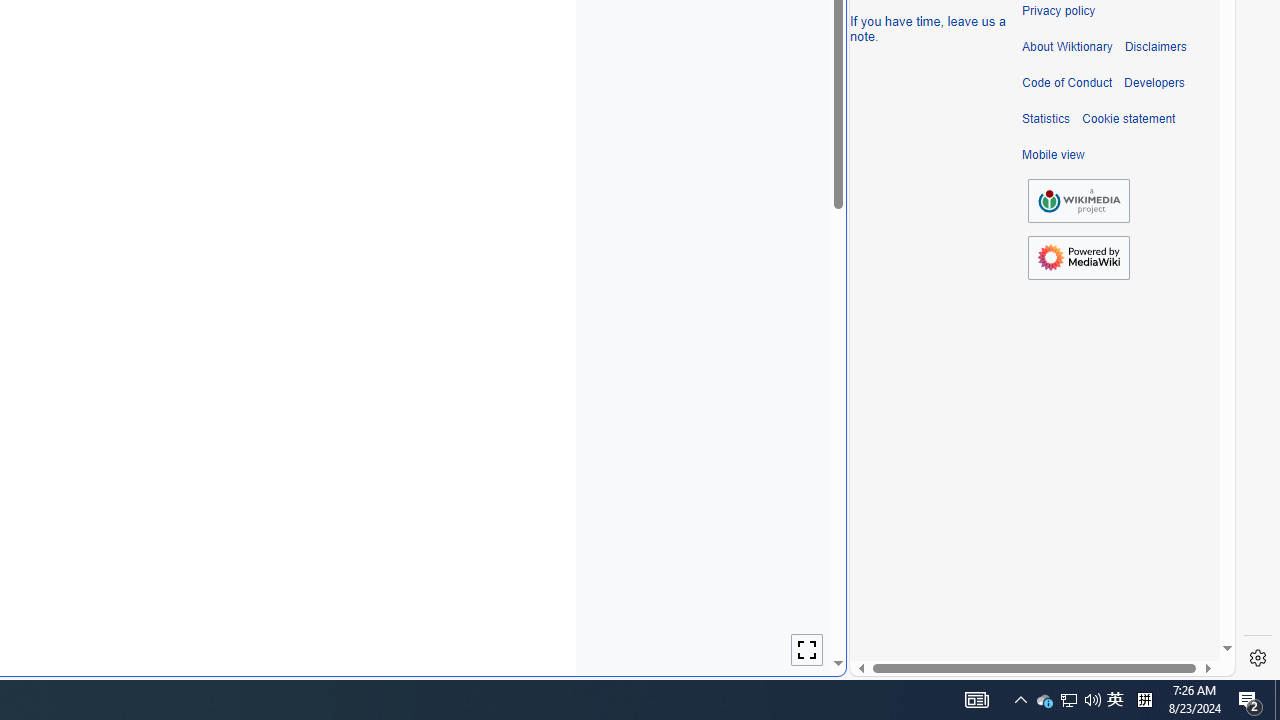 The image size is (1280, 720). What do you see at coordinates (927, 28) in the screenshot?
I see `'If you have time, leave us a note.'` at bounding box center [927, 28].